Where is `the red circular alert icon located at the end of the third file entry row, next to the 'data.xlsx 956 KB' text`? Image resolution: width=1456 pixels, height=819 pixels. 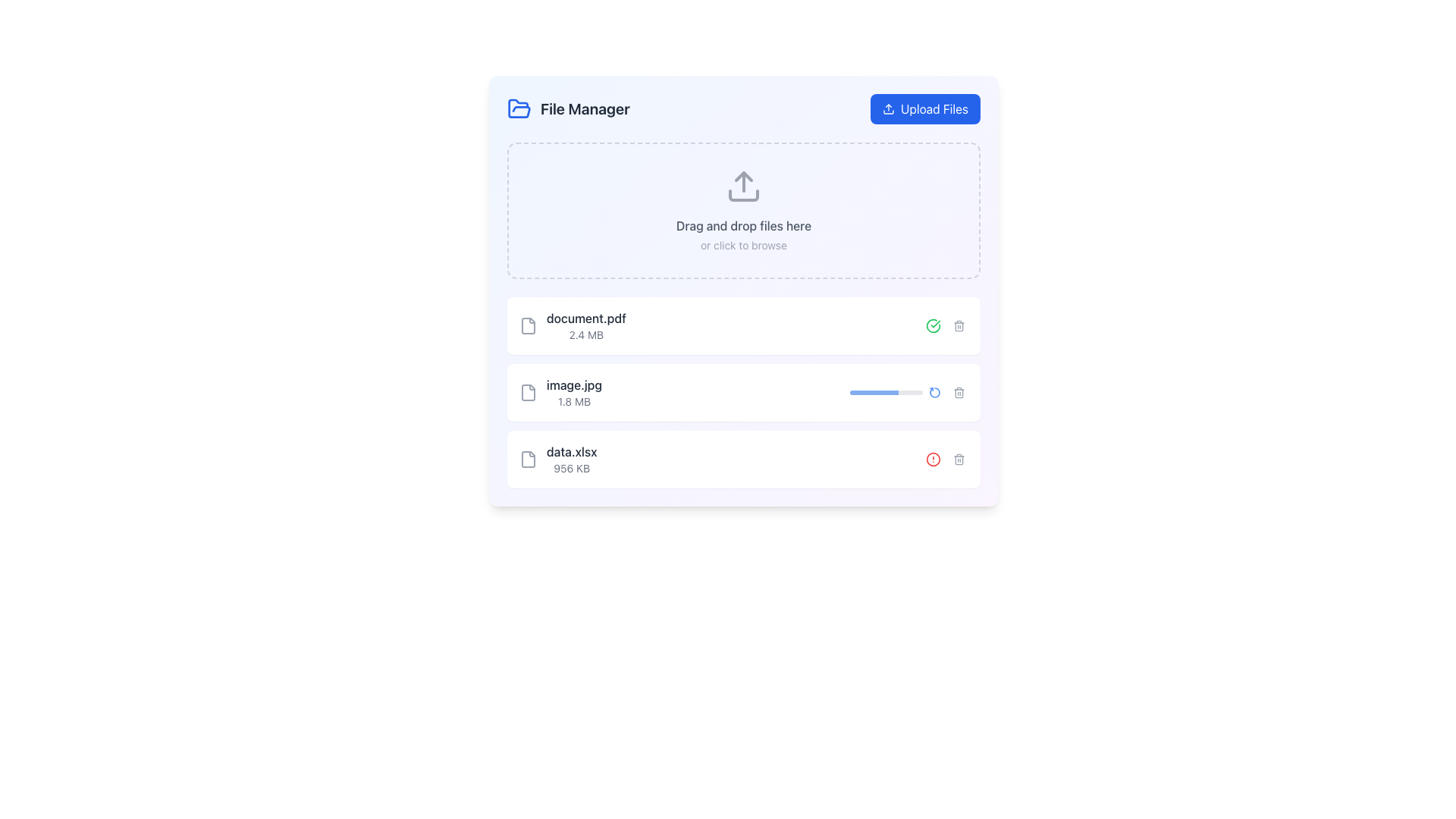
the red circular alert icon located at the end of the third file entry row, next to the 'data.xlsx 956 KB' text is located at coordinates (946, 458).